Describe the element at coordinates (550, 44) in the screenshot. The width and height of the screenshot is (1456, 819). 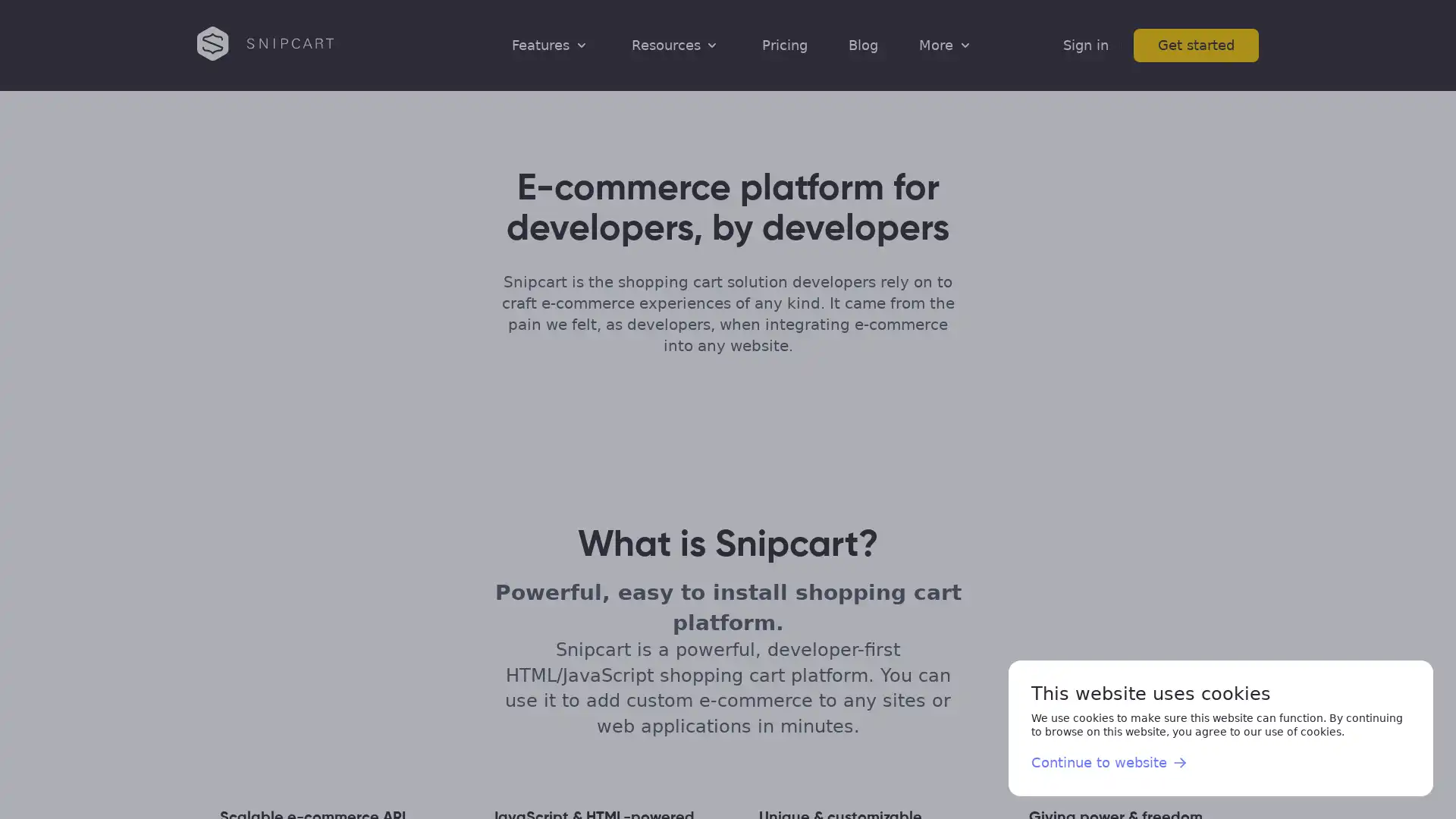
I see `Features` at that location.